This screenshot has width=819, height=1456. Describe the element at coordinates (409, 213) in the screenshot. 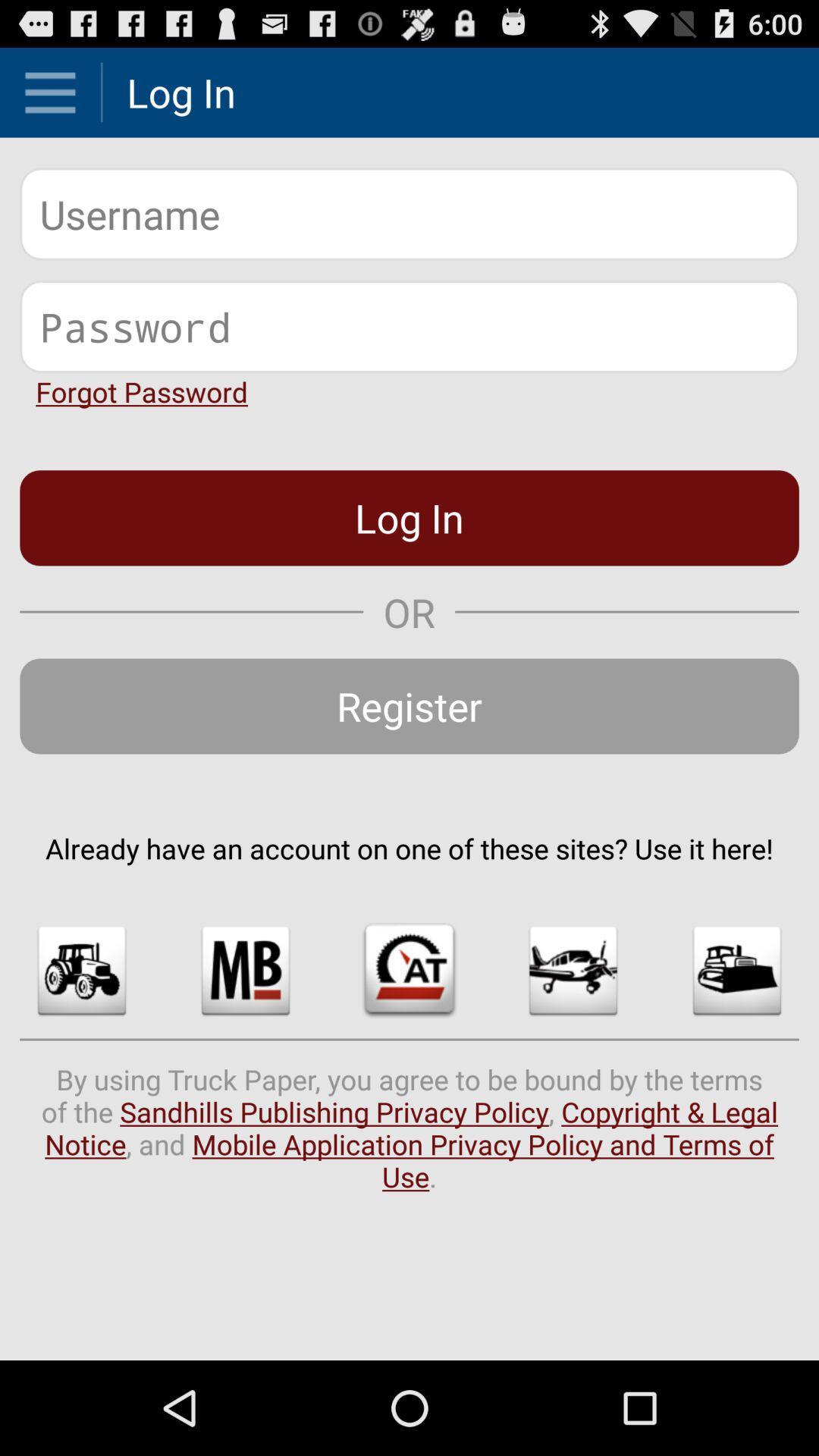

I see `username` at that location.